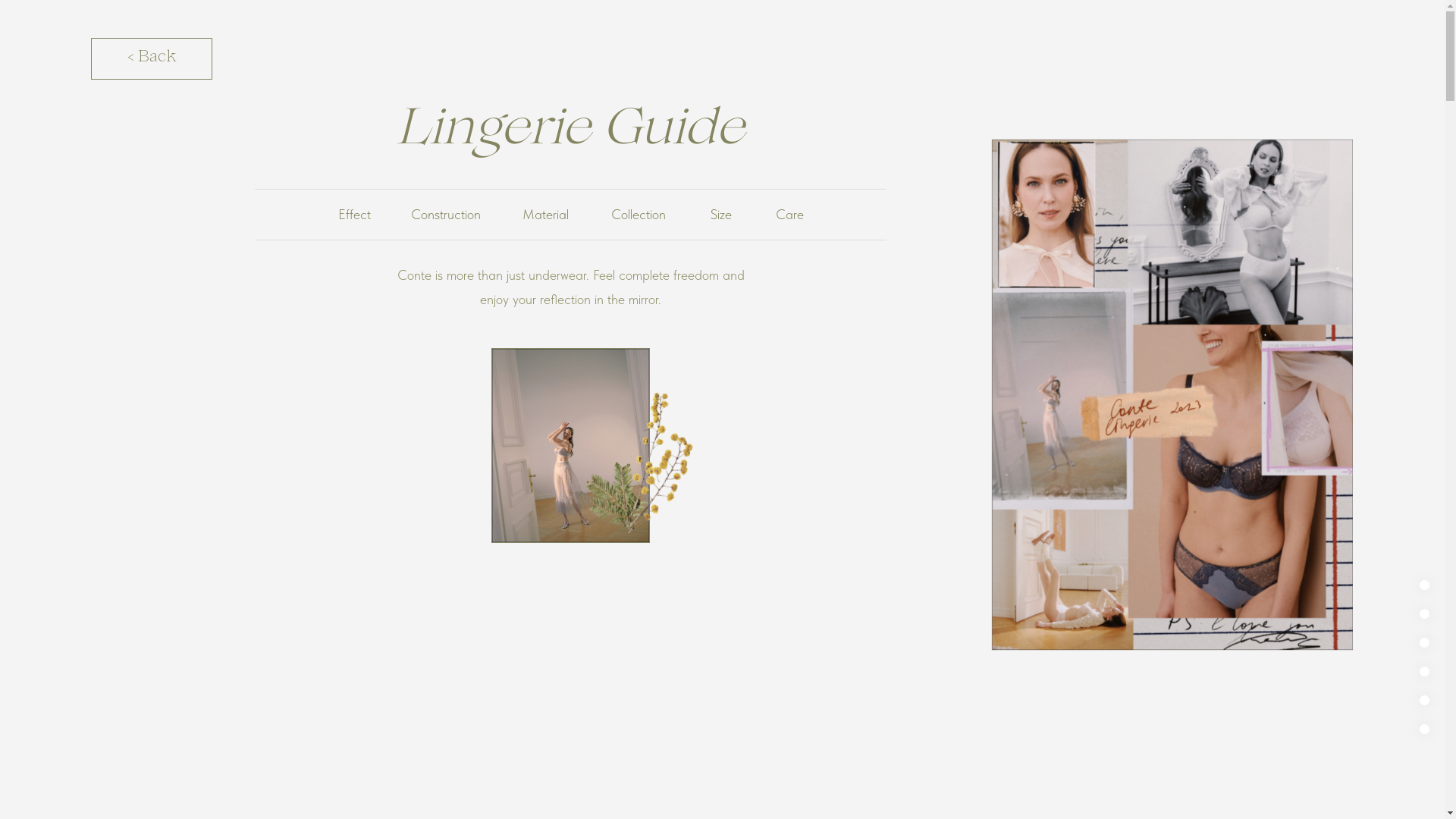  Describe the element at coordinates (445, 214) in the screenshot. I see `'Construction'` at that location.